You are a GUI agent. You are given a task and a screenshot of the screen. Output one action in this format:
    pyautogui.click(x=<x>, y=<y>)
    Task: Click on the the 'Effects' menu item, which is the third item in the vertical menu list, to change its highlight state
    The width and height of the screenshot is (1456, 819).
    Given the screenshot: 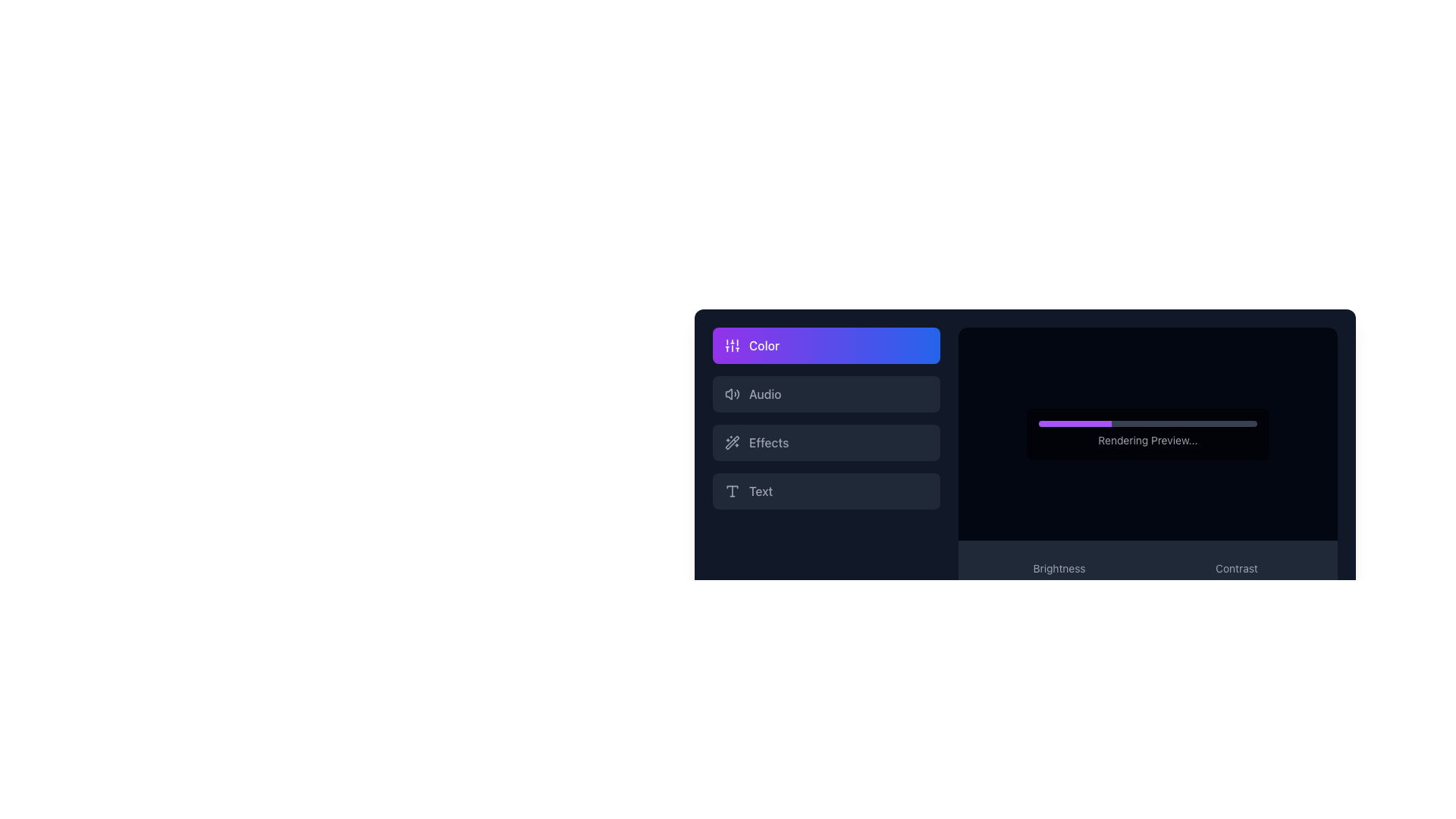 What is the action you would take?
    pyautogui.click(x=825, y=442)
    